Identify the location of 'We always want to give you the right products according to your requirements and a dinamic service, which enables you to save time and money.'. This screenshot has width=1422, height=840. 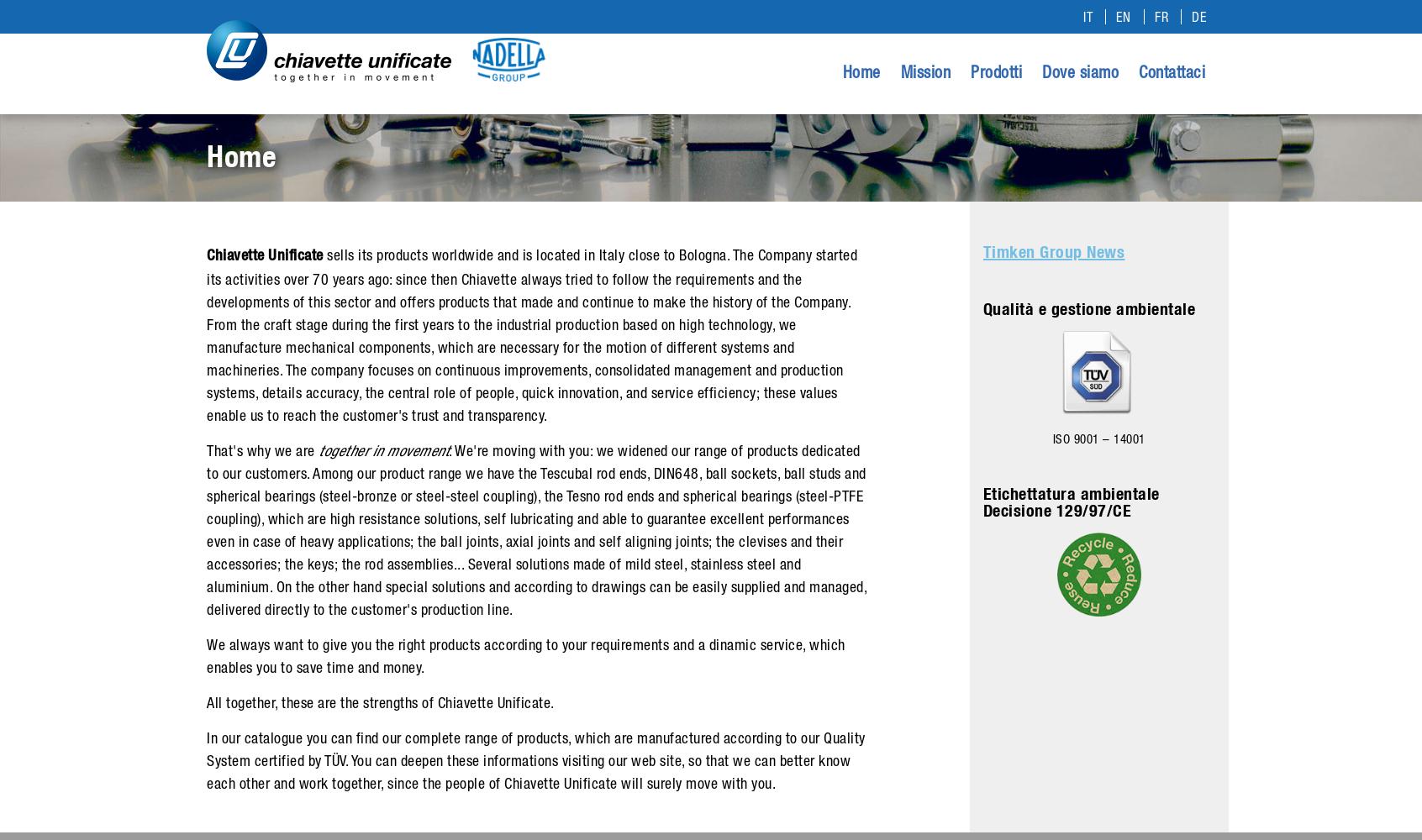
(524, 656).